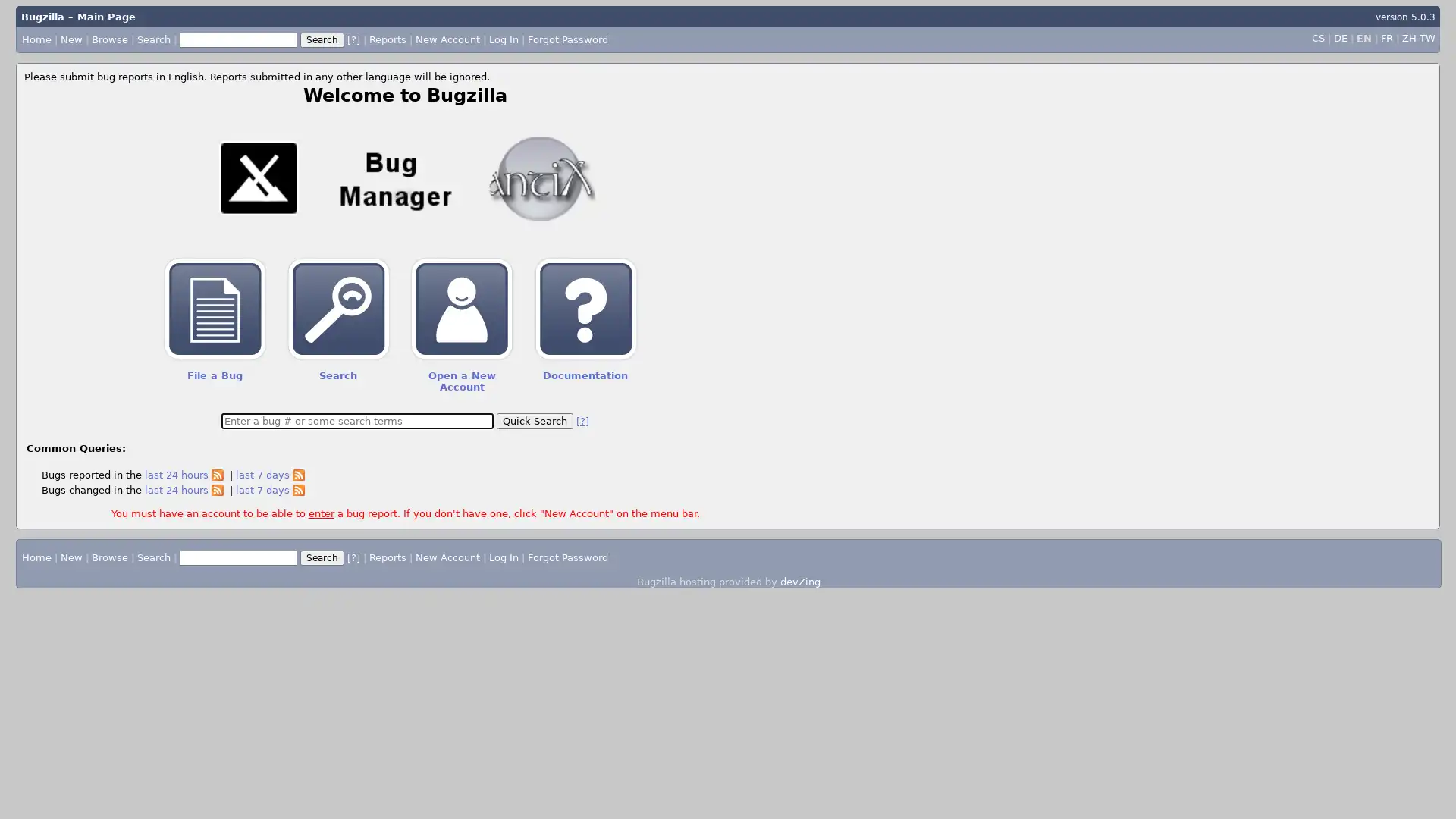 The height and width of the screenshot is (819, 1456). Describe the element at coordinates (322, 557) in the screenshot. I see `Search` at that location.